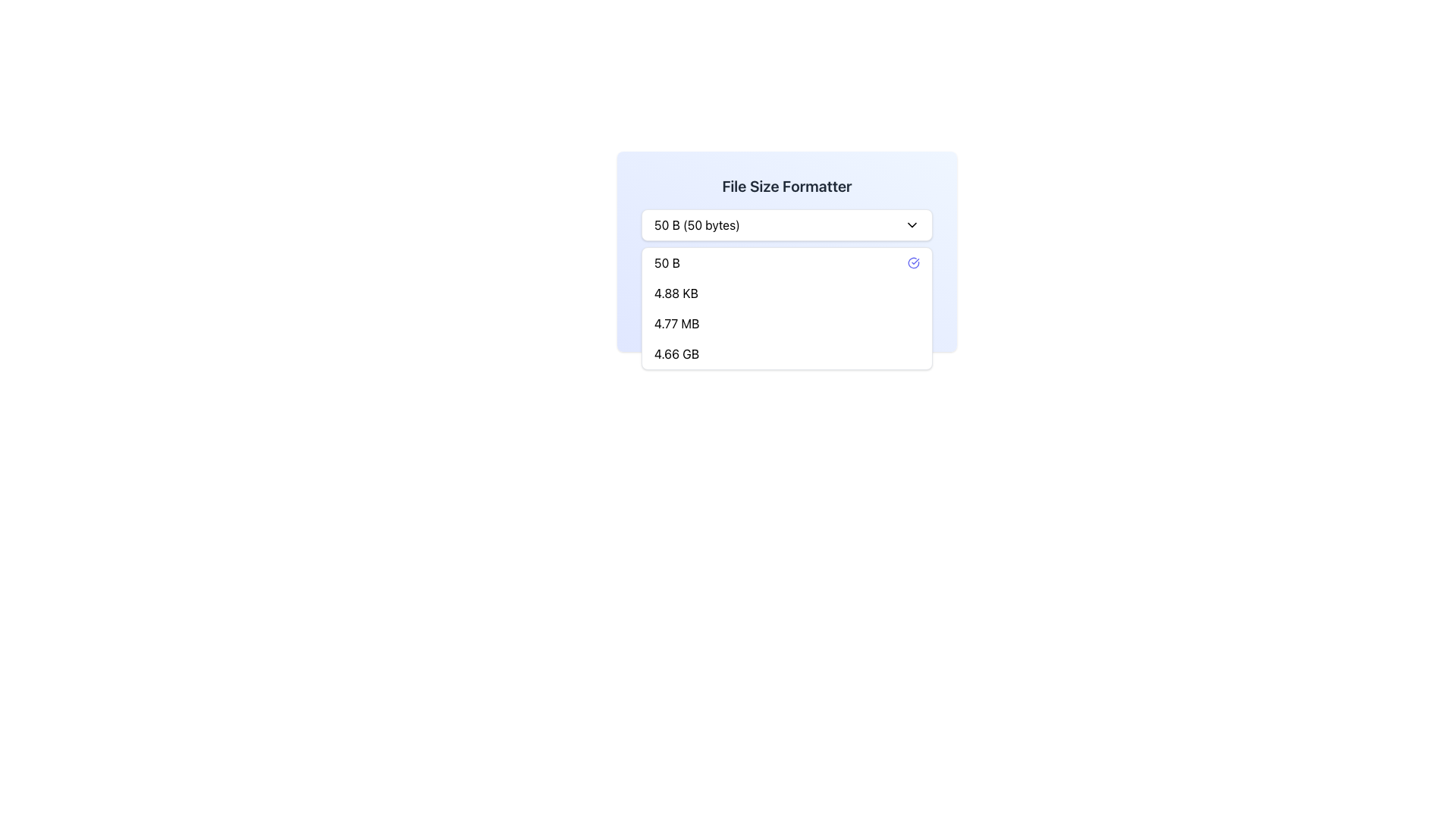 This screenshot has height=819, width=1456. I want to click on the dropdown list item labeled '4.88 KB', which is the second option in the dropdown menu for selecting file size formats, so click(786, 293).